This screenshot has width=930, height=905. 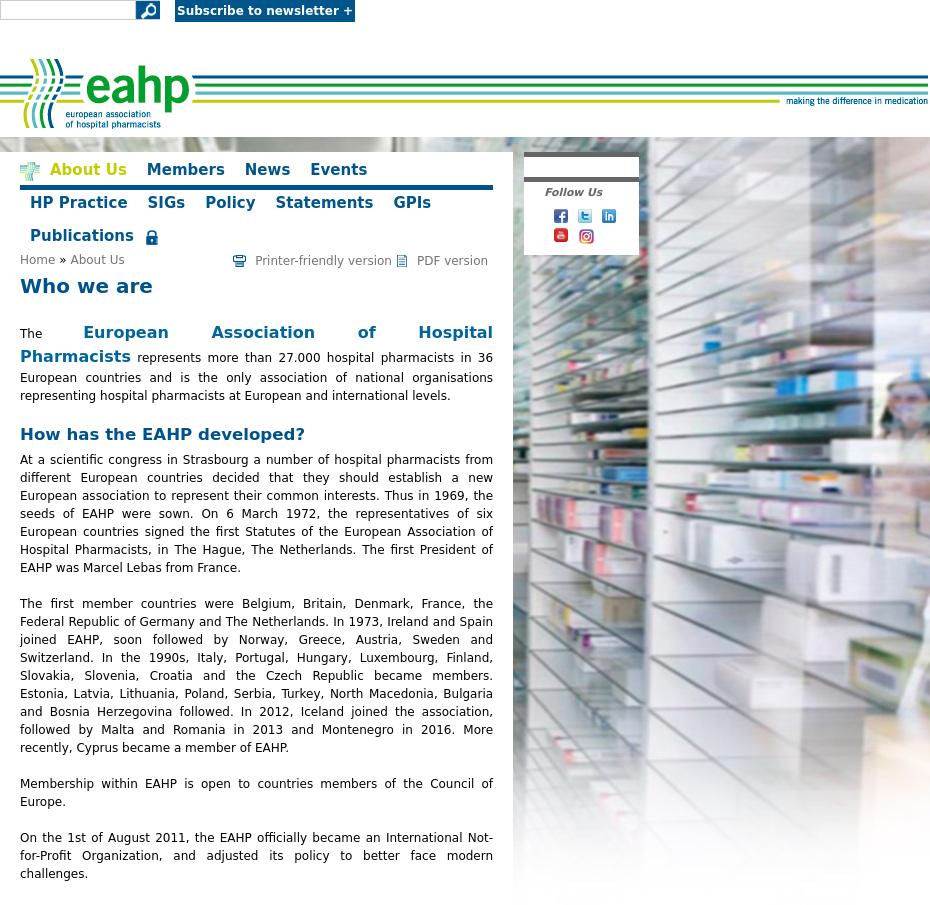 What do you see at coordinates (175, 10) in the screenshot?
I see `'Subscribe to newsletter +'` at bounding box center [175, 10].